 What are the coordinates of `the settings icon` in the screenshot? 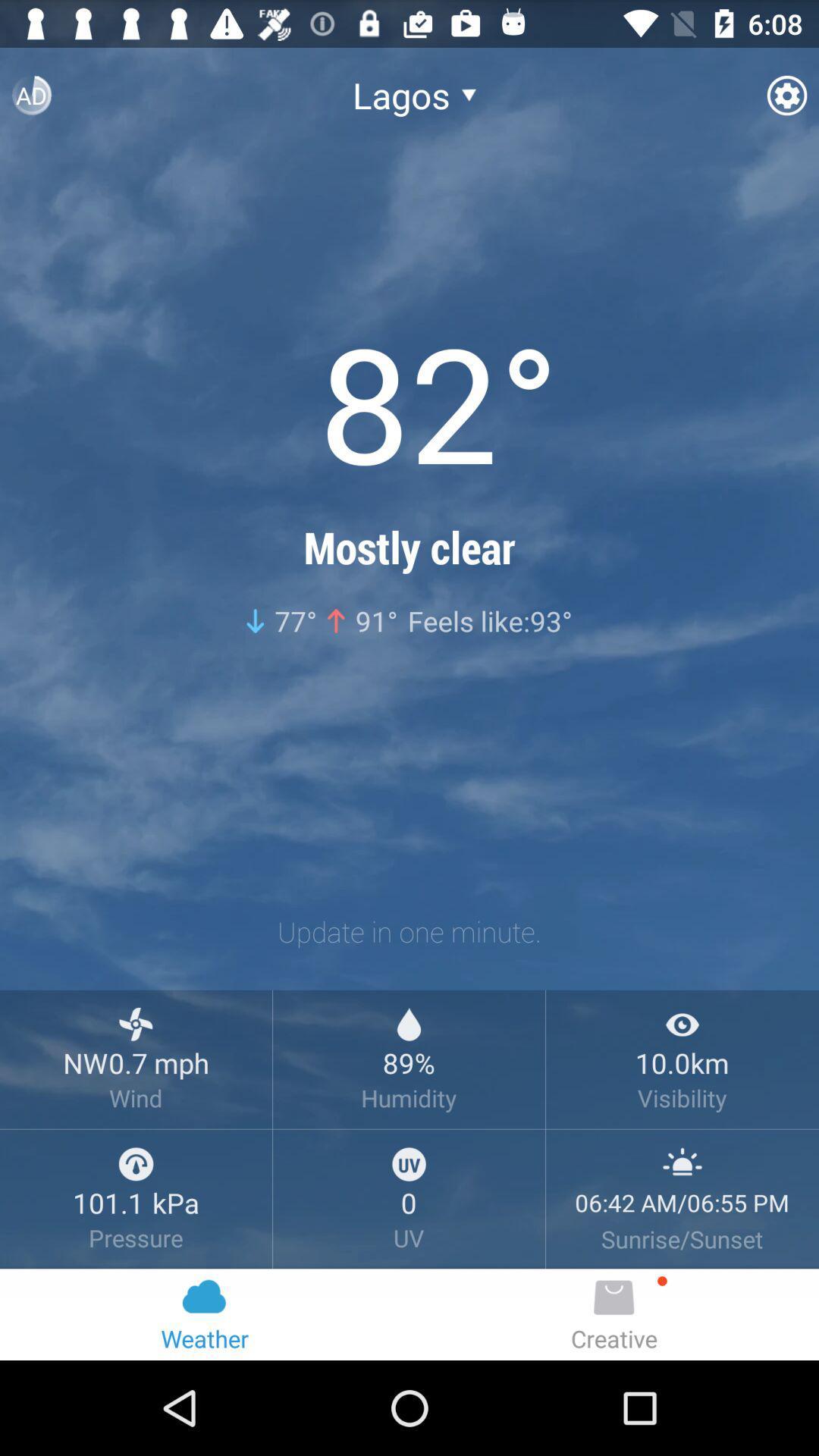 It's located at (786, 101).